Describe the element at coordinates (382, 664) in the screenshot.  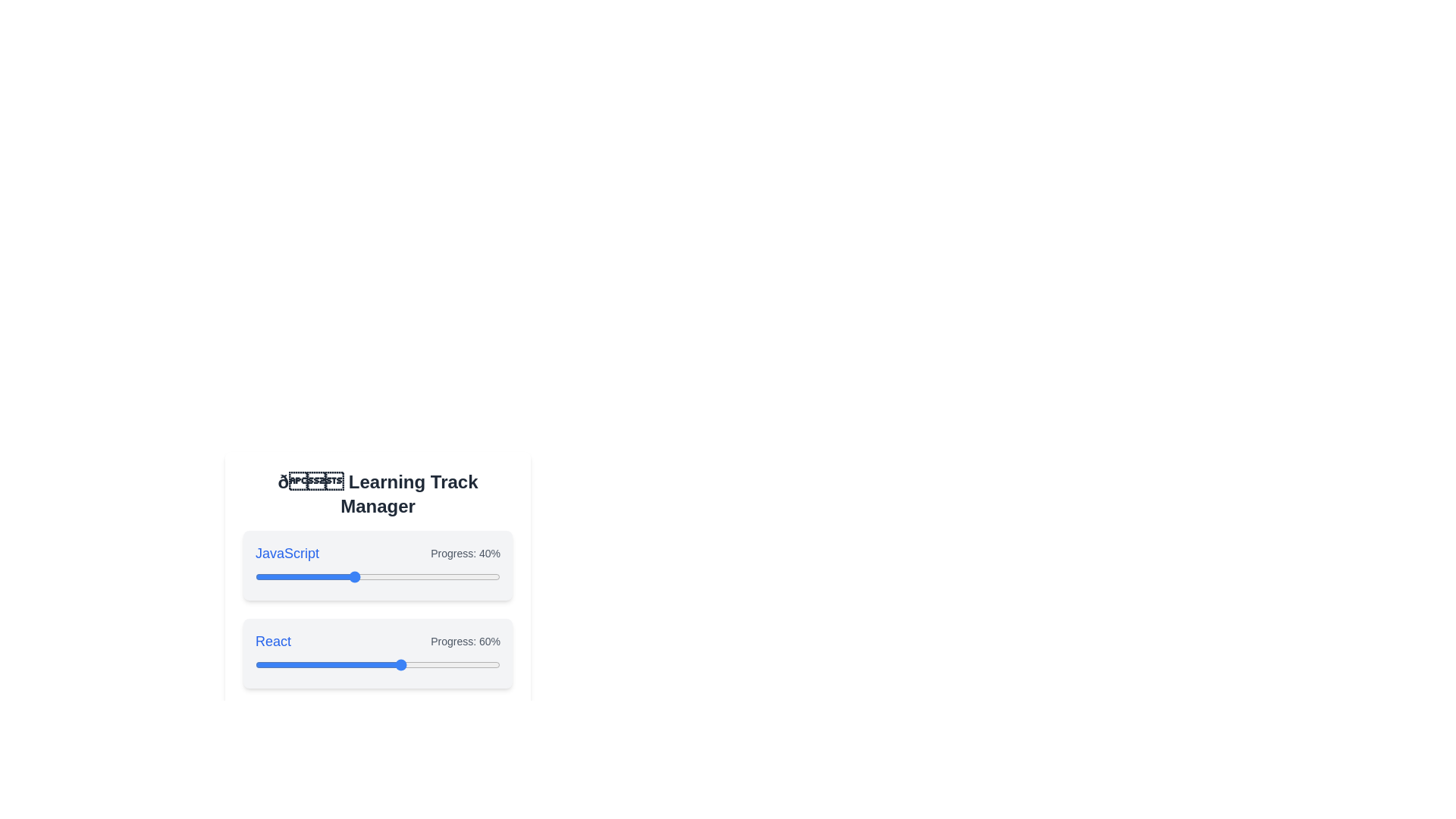
I see `the progress` at that location.